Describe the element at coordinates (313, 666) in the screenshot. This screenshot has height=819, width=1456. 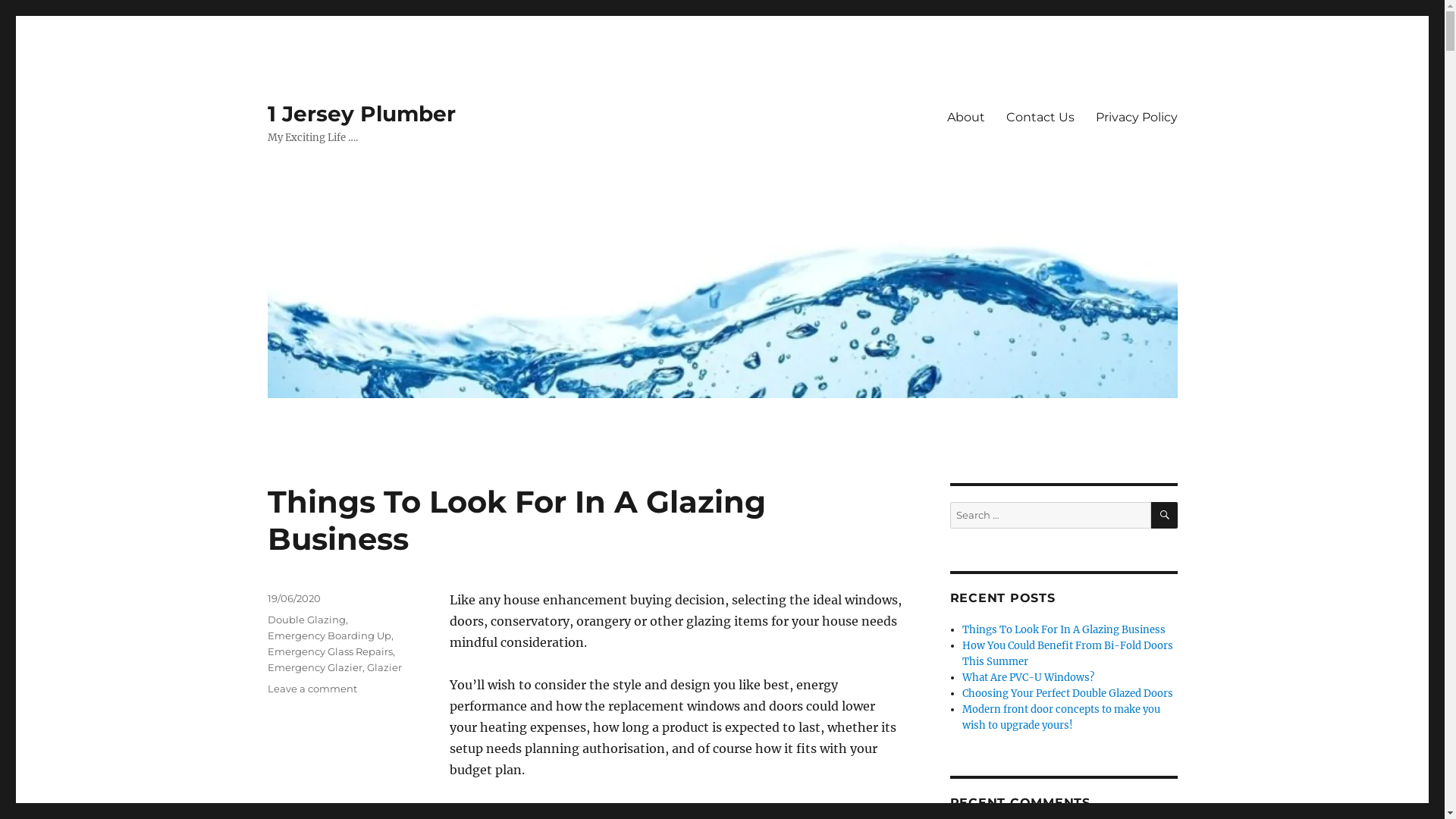
I see `'Emergency Glazier'` at that location.